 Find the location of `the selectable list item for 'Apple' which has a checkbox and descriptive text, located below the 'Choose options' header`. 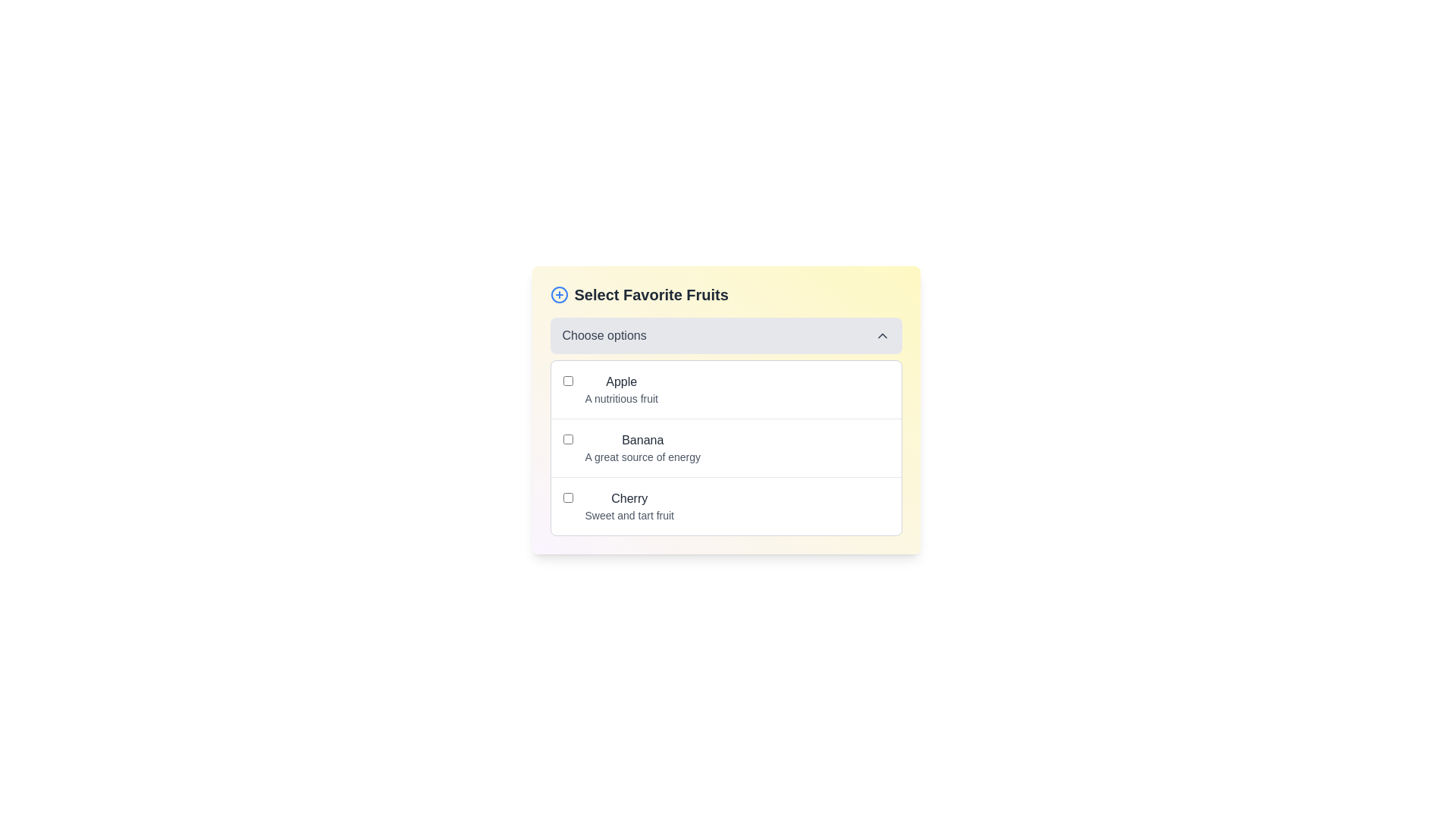

the selectable list item for 'Apple' which has a checkbox and descriptive text, located below the 'Choose options' header is located at coordinates (725, 388).